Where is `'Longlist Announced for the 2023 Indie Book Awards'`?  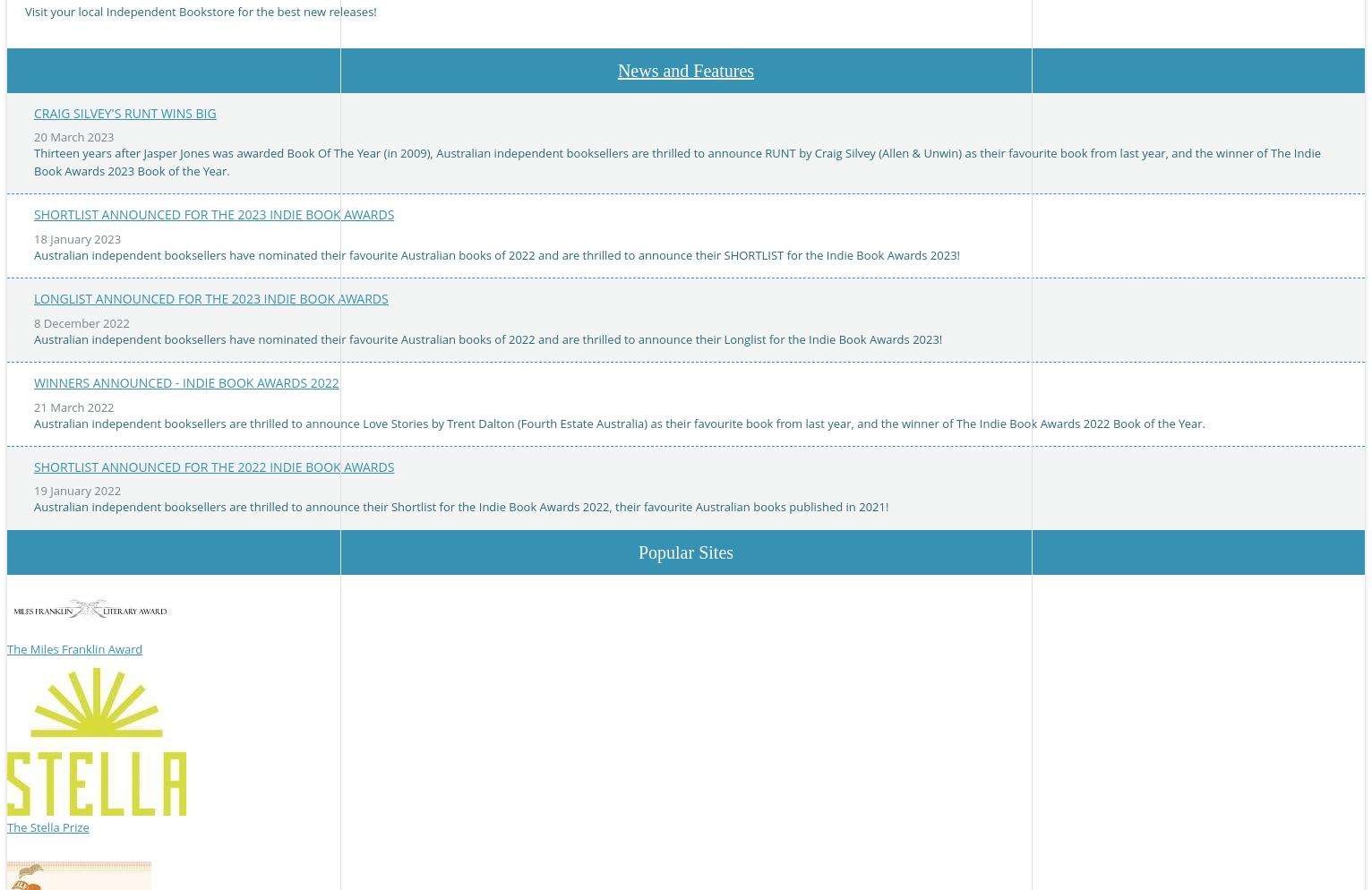
'Longlist Announced for the 2023 Indie Book Awards' is located at coordinates (210, 297).